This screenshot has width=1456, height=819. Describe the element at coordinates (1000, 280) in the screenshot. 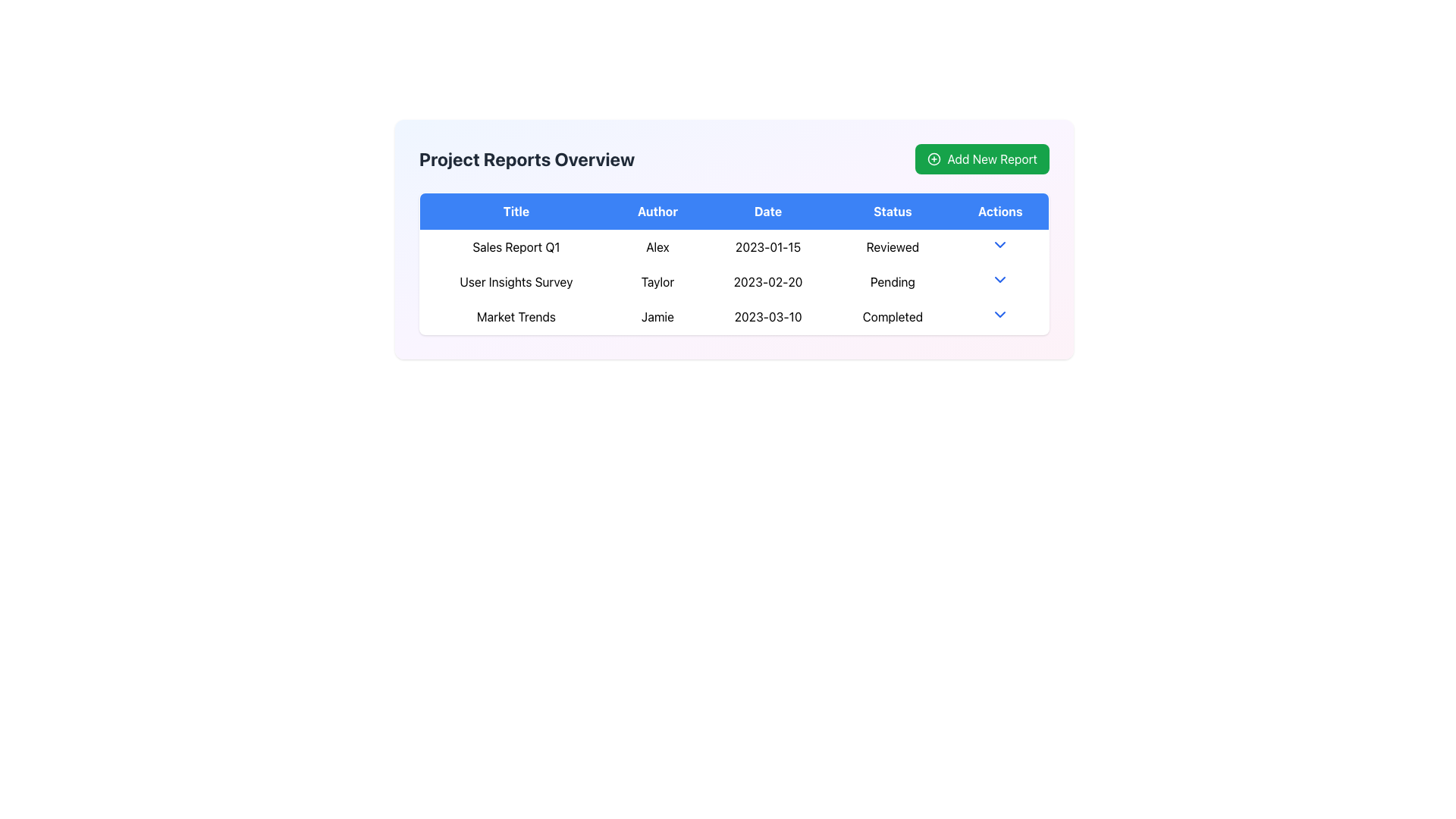

I see `the Dropdown Toggle Icon in the 'Actions' column for the 'User Insights Survey' entry` at that location.